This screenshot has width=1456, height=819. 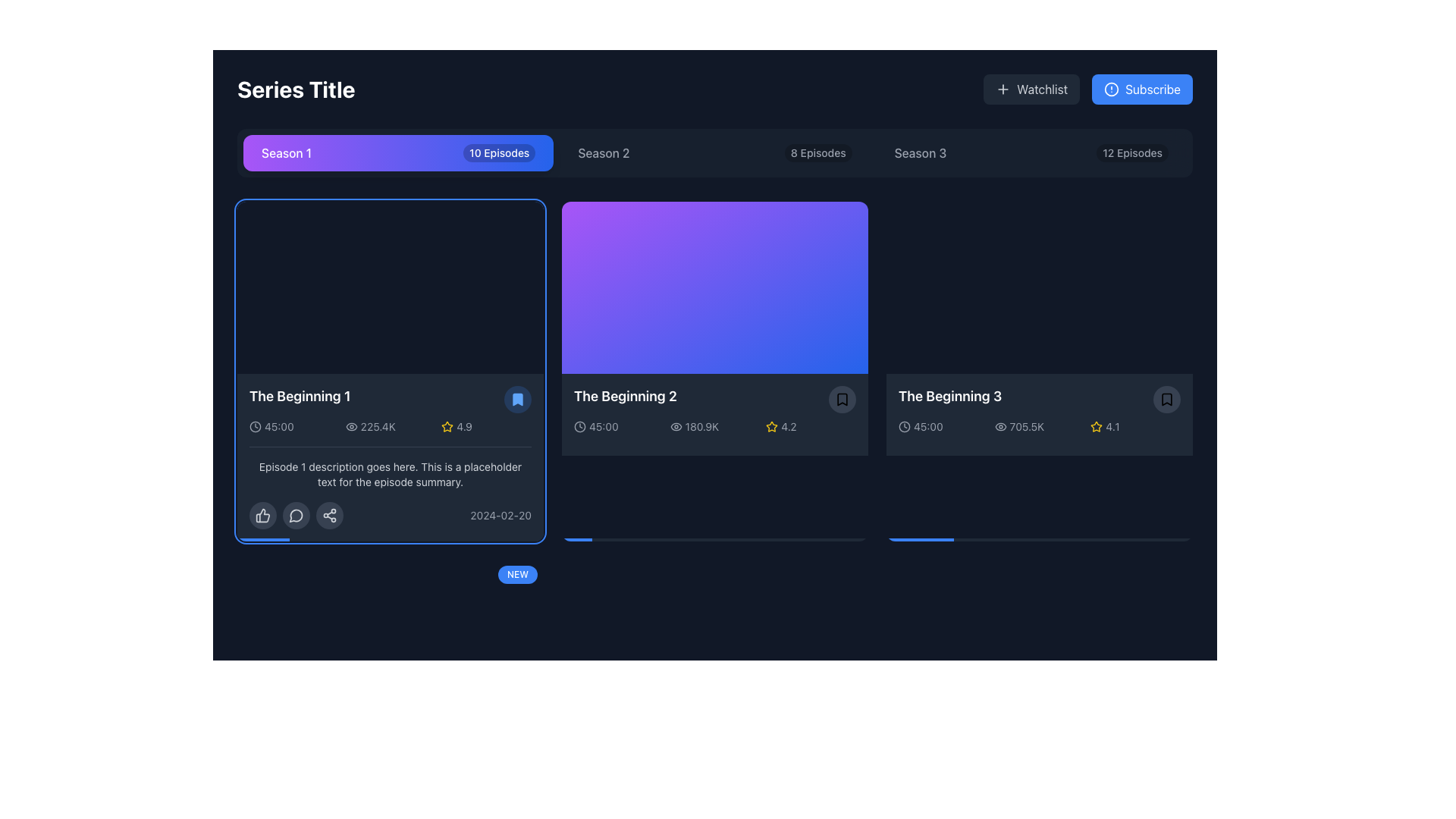 I want to click on the text label that serves as the title for the third episode card, which is located at the bottom-right corner of the visible card grid, so click(x=949, y=396).